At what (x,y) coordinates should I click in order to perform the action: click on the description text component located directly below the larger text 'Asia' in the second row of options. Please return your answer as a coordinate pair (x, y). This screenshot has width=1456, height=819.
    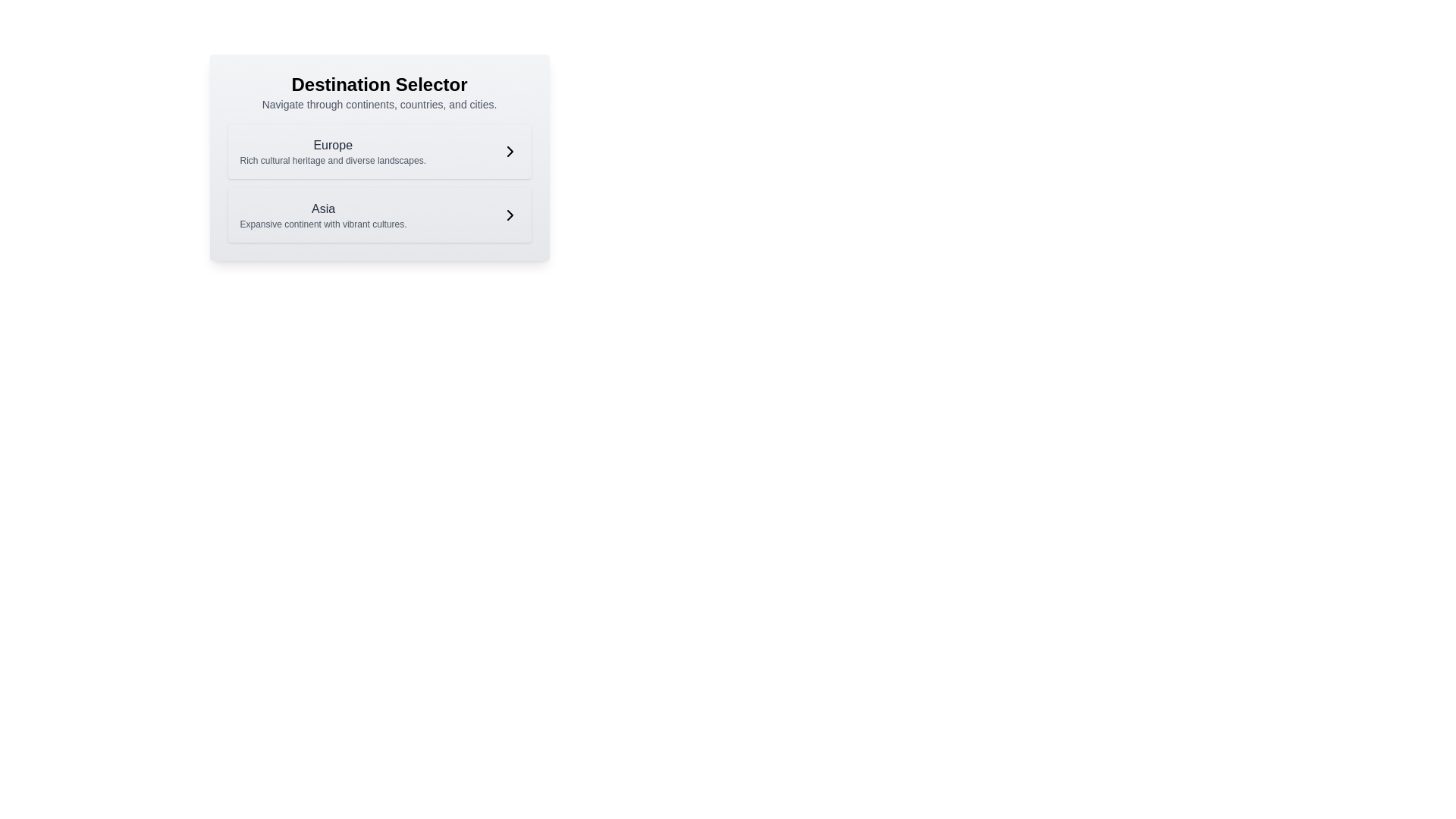
    Looking at the image, I should click on (322, 224).